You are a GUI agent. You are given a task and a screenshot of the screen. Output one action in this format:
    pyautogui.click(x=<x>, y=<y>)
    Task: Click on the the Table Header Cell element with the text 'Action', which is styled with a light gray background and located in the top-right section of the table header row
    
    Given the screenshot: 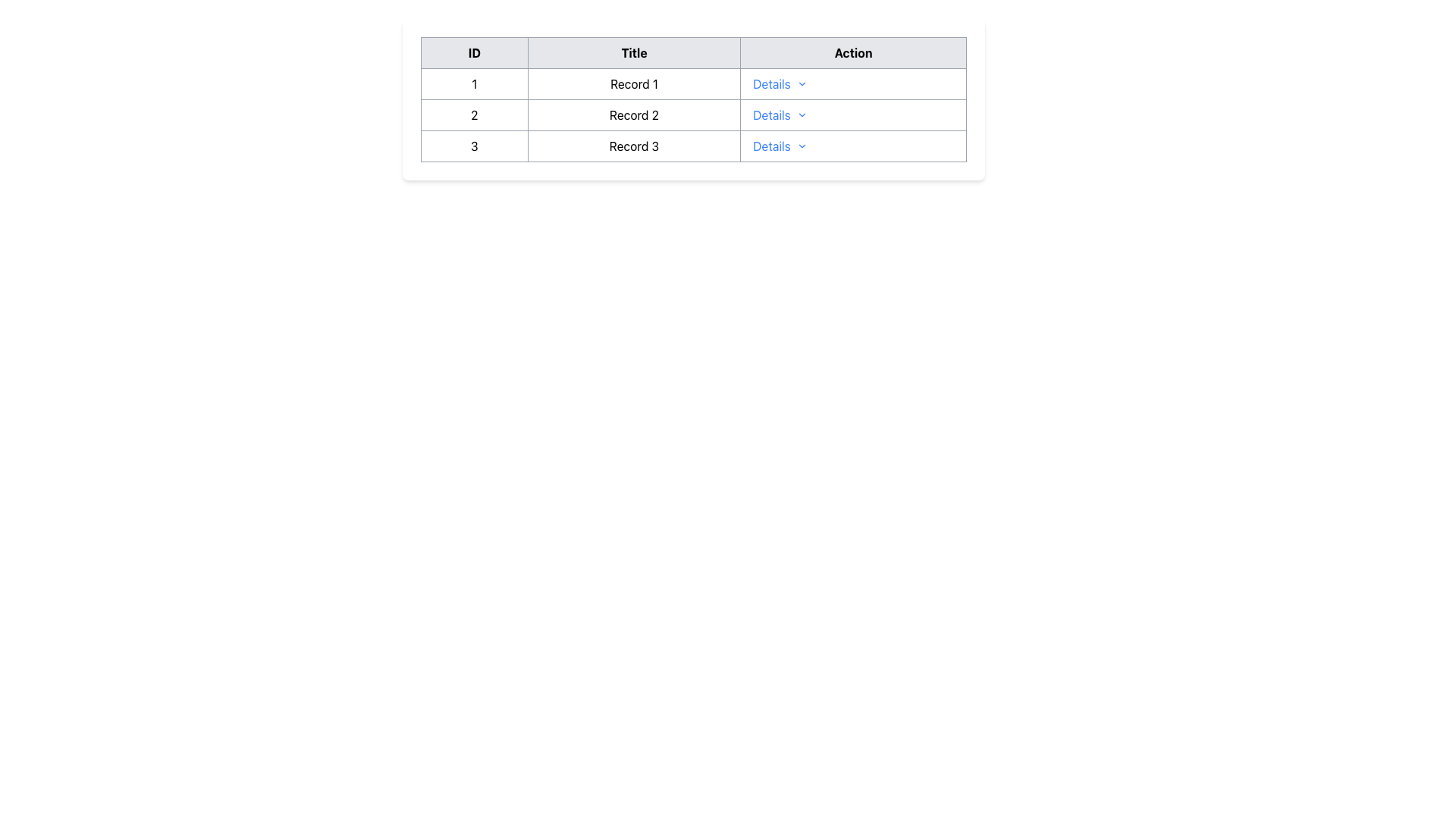 What is the action you would take?
    pyautogui.click(x=853, y=52)
    